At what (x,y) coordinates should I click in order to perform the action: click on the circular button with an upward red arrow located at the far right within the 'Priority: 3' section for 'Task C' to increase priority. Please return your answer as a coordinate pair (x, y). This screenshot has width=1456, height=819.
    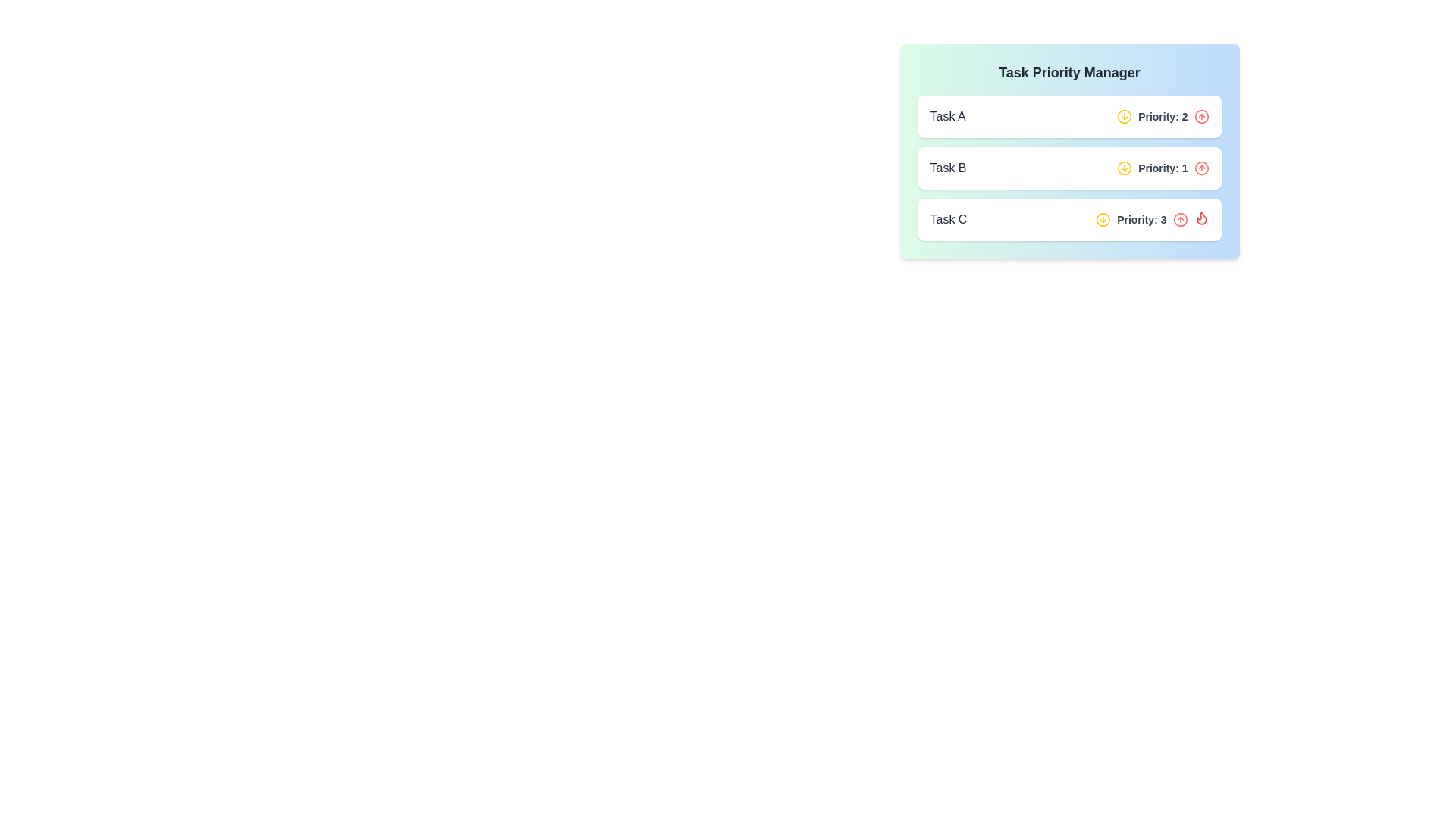
    Looking at the image, I should click on (1179, 219).